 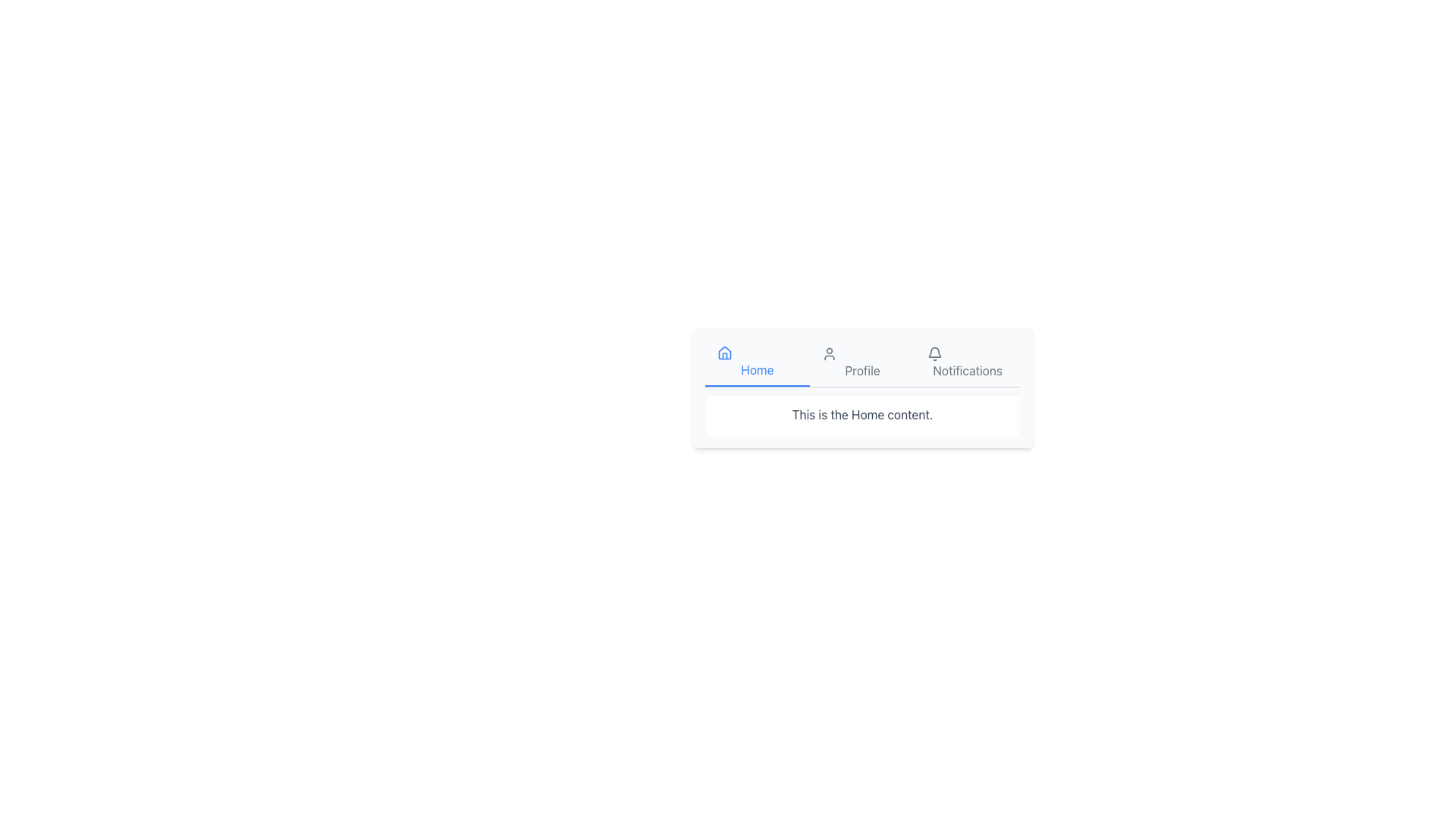 What do you see at coordinates (934, 353) in the screenshot?
I see `the bell icon located at the far right of the navigation bar` at bounding box center [934, 353].